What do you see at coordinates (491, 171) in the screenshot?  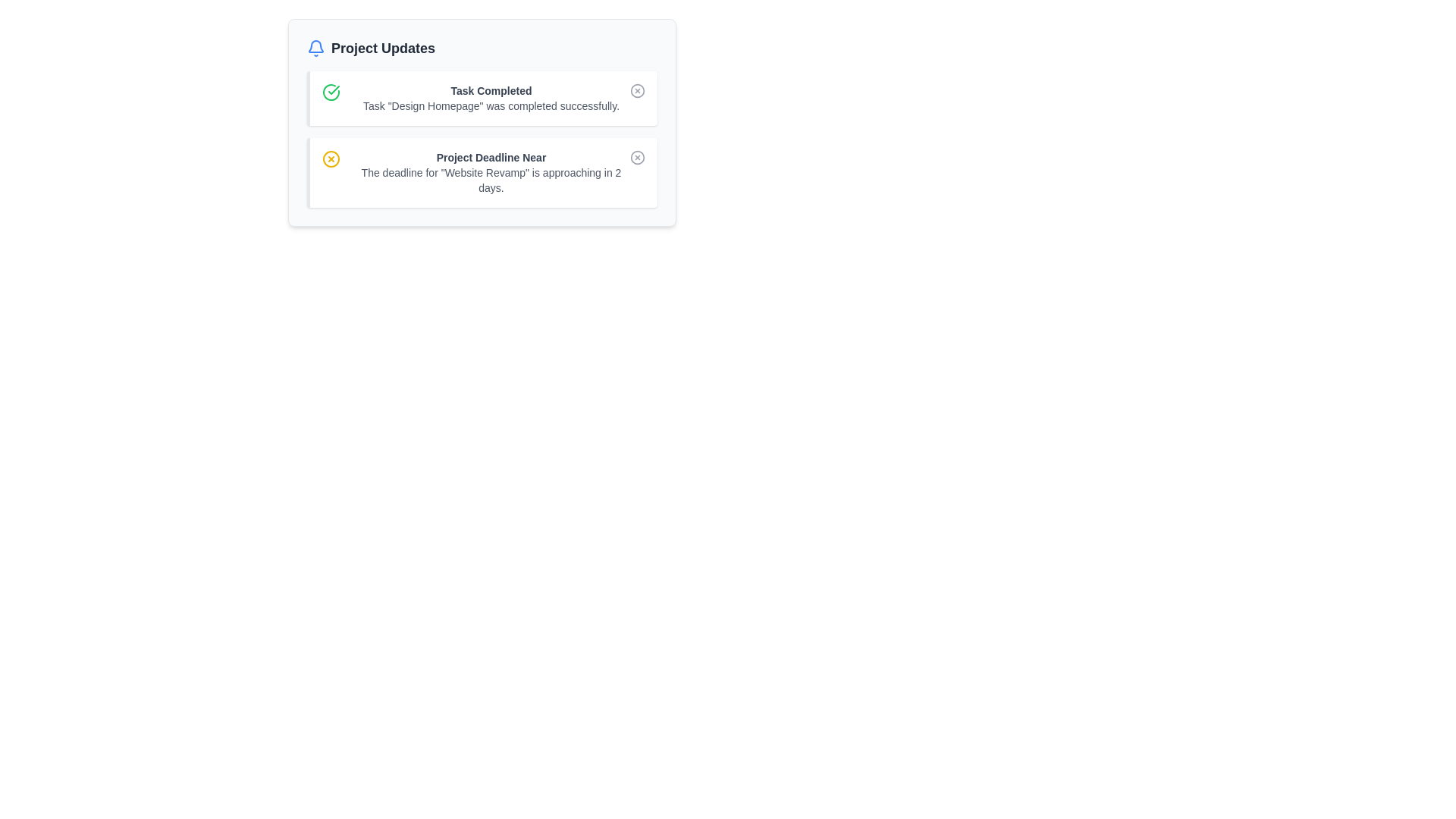 I see `text content displayed in the second notification card of the 'Project Updates' panel, which states 'Project Deadline Near' and describes the approaching deadline for 'Website Revamp'` at bounding box center [491, 171].